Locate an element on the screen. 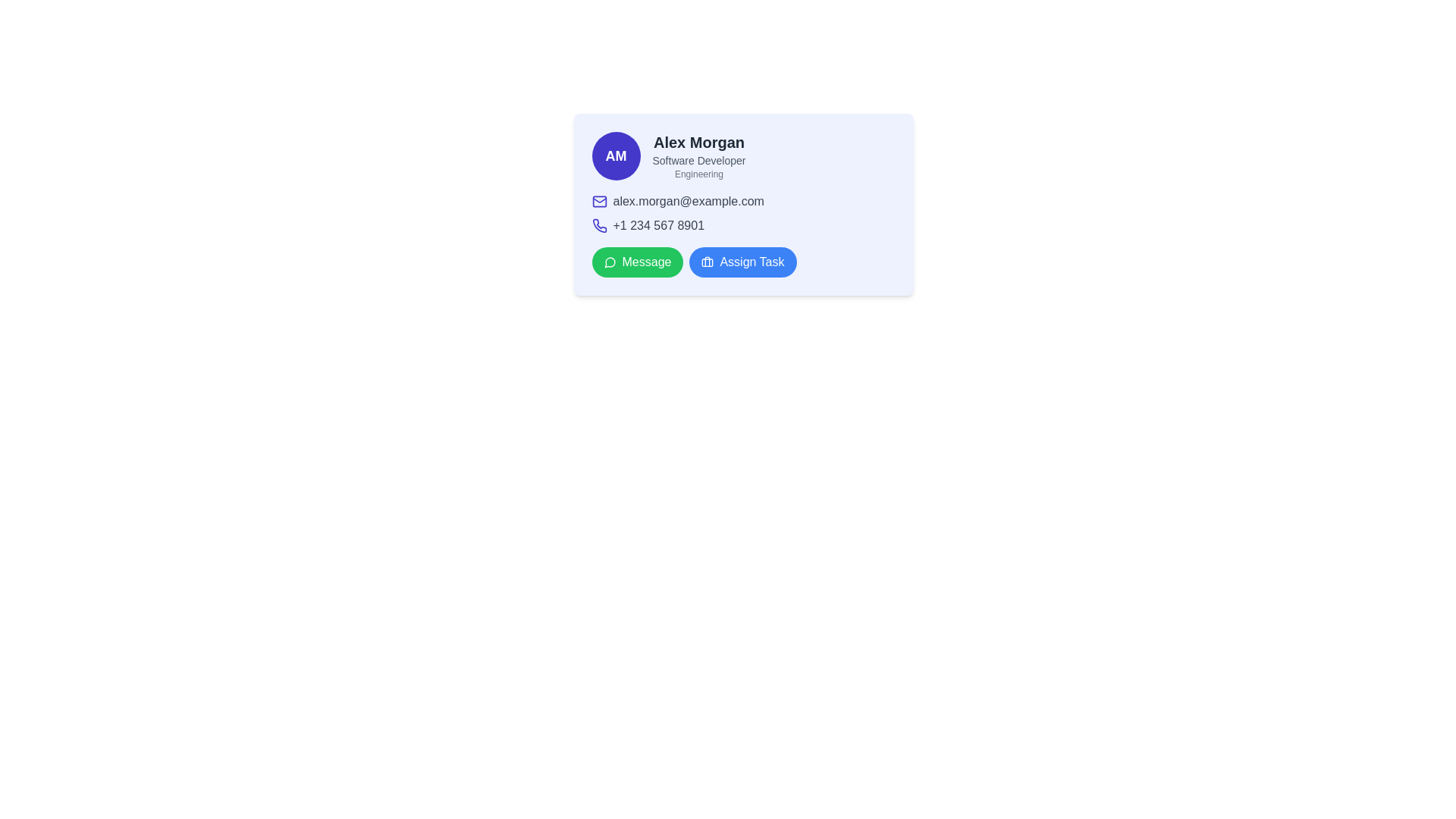 This screenshot has width=1456, height=819. the SVG rectangle shape within the briefcase icon, located to the left of the 'Assign Task' button is located at coordinates (707, 262).